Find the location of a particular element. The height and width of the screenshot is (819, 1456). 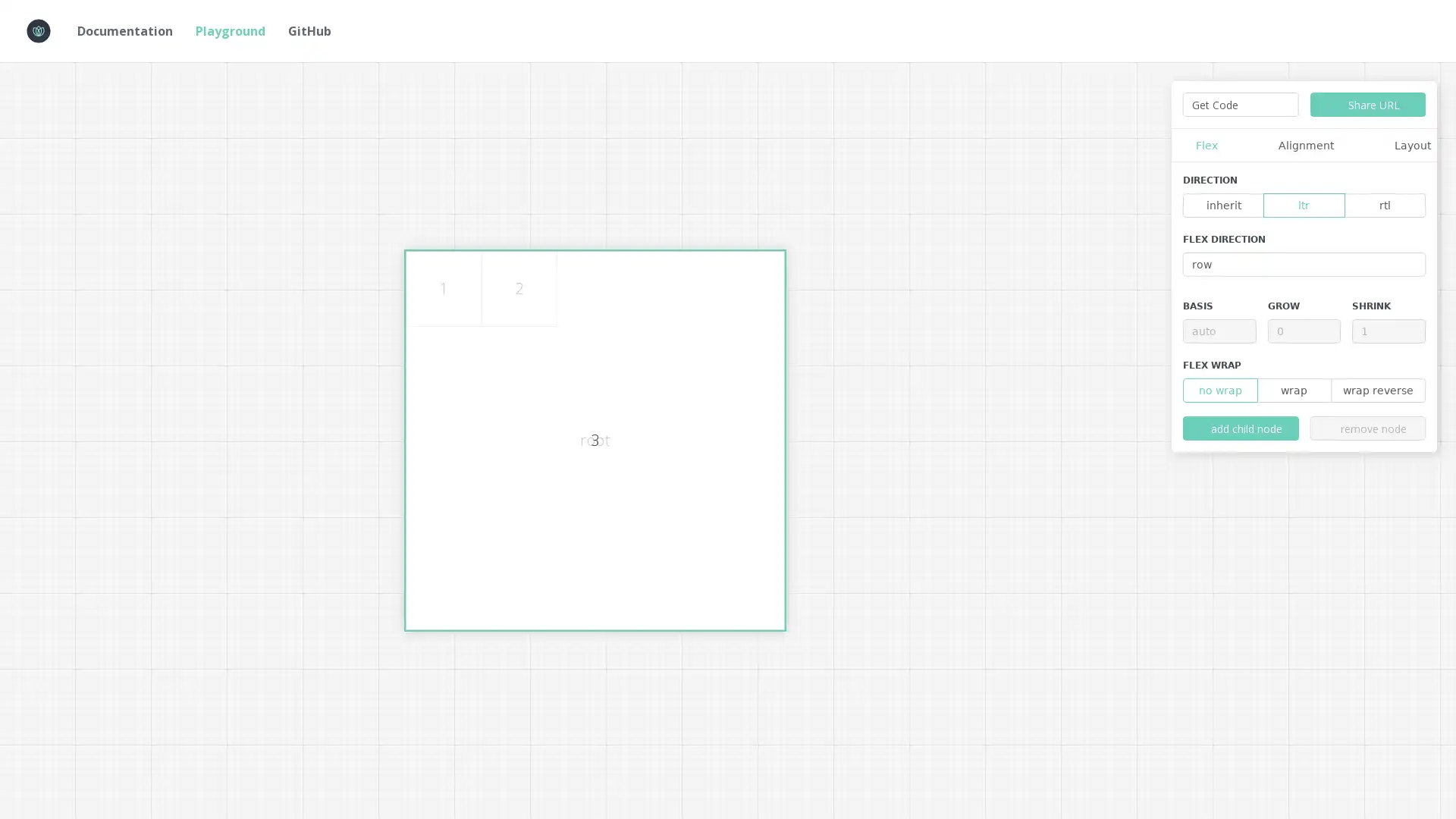

remove node is located at coordinates (1367, 428).